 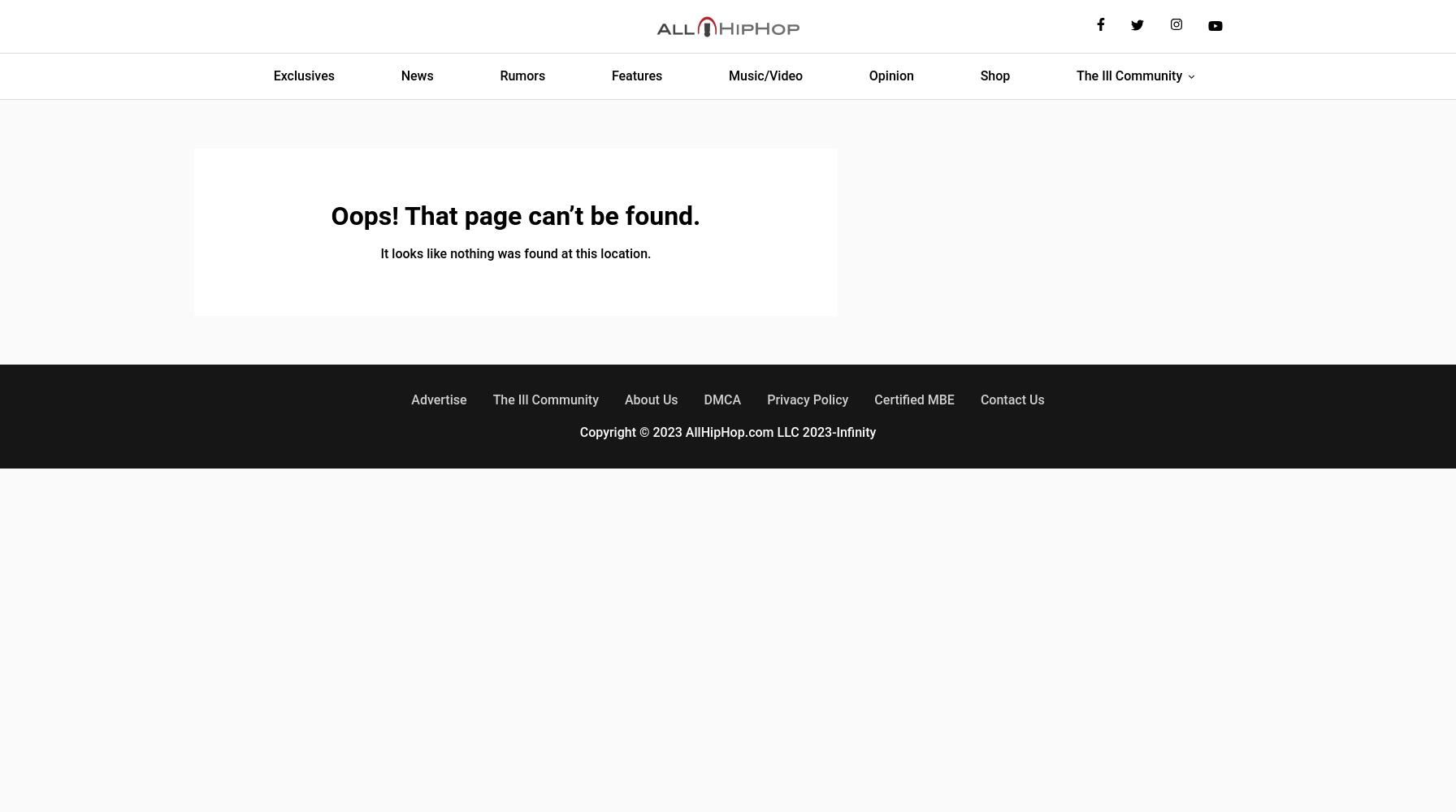 What do you see at coordinates (417, 75) in the screenshot?
I see `'News'` at bounding box center [417, 75].